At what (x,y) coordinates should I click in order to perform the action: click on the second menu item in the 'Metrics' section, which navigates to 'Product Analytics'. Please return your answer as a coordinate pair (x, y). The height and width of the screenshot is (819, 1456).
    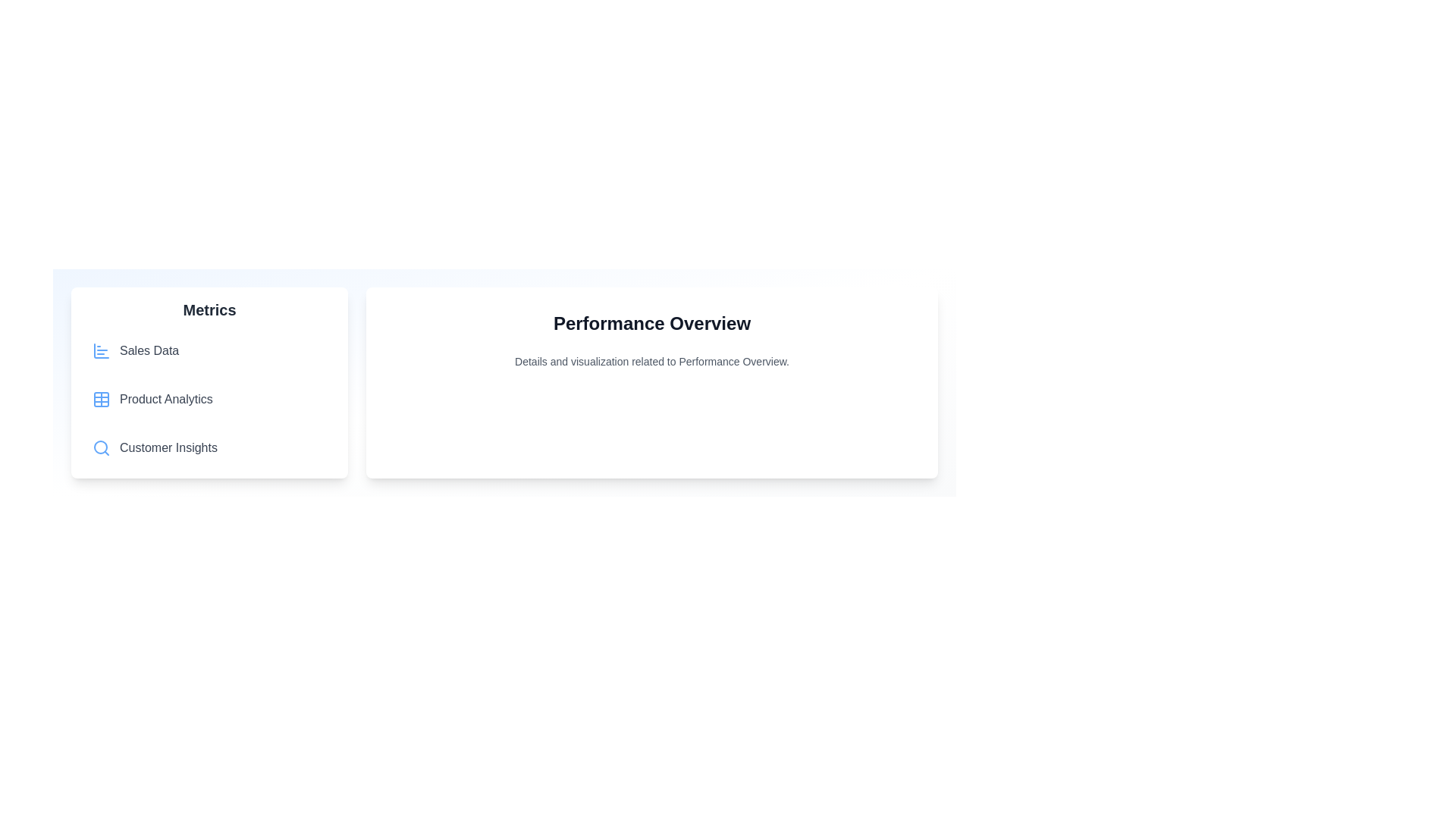
    Looking at the image, I should click on (209, 399).